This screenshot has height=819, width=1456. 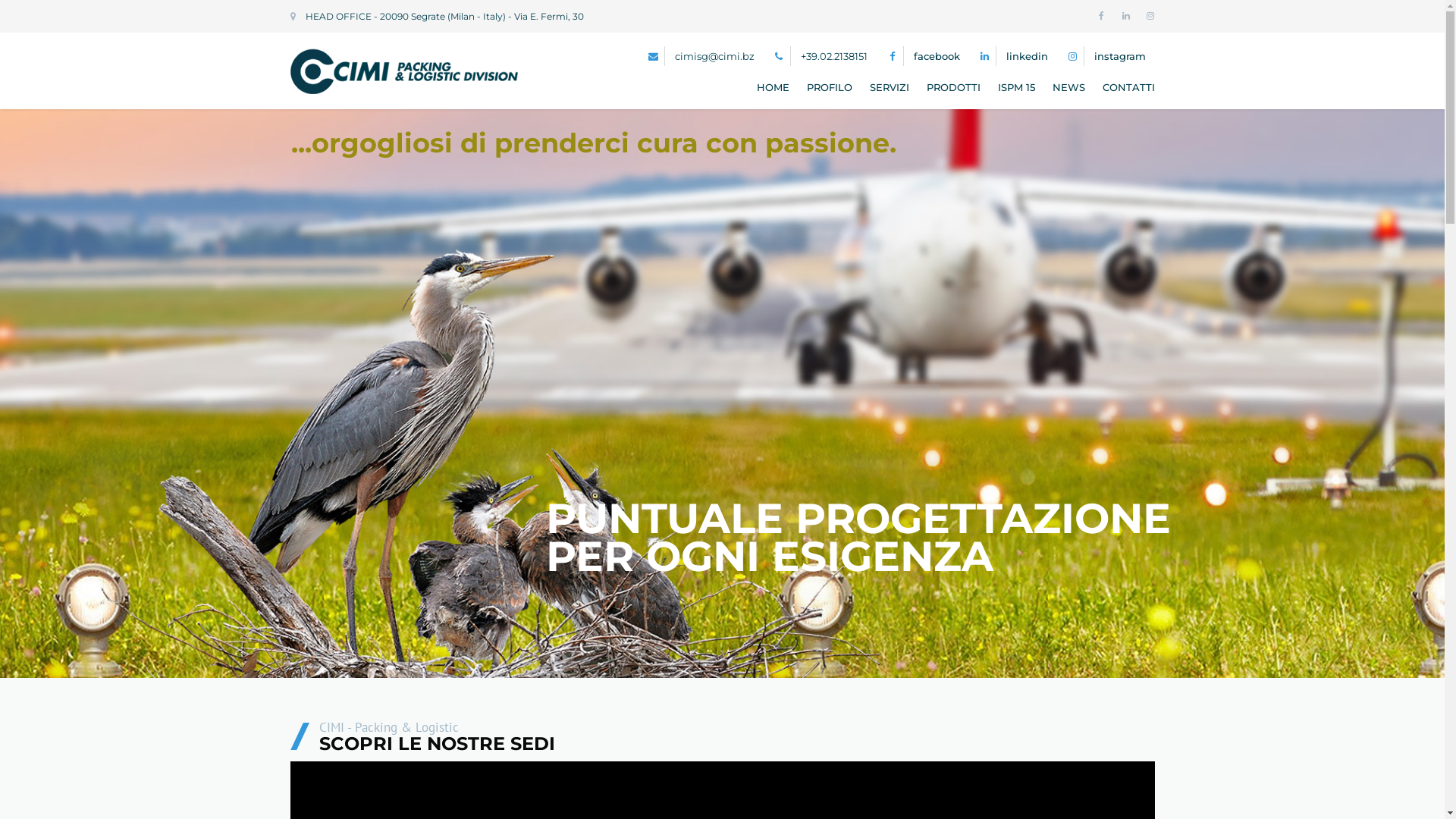 What do you see at coordinates (1068, 87) in the screenshot?
I see `'NEWS'` at bounding box center [1068, 87].